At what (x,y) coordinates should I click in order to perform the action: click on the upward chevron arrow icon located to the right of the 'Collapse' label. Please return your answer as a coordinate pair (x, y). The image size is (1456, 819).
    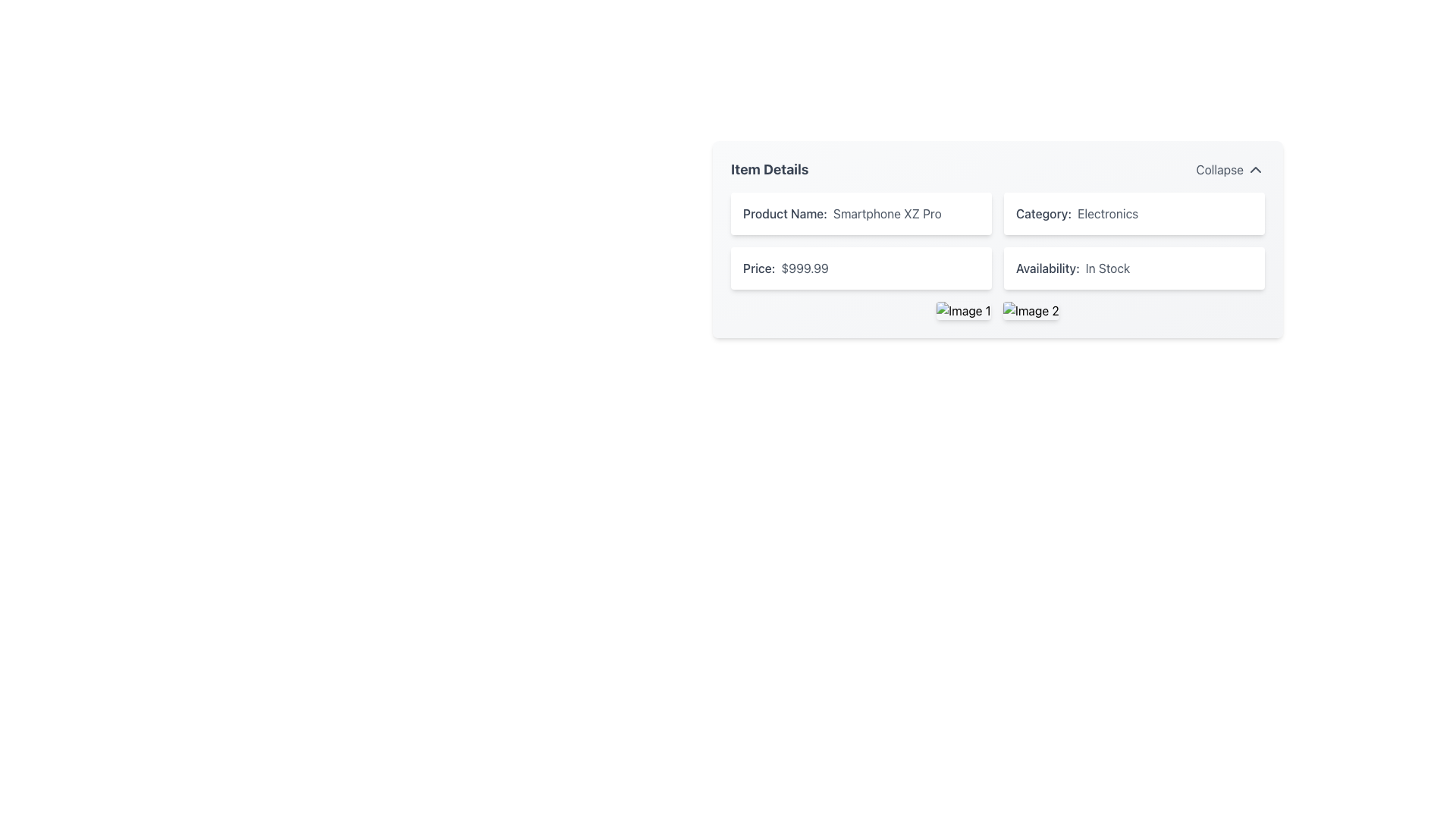
    Looking at the image, I should click on (1256, 169).